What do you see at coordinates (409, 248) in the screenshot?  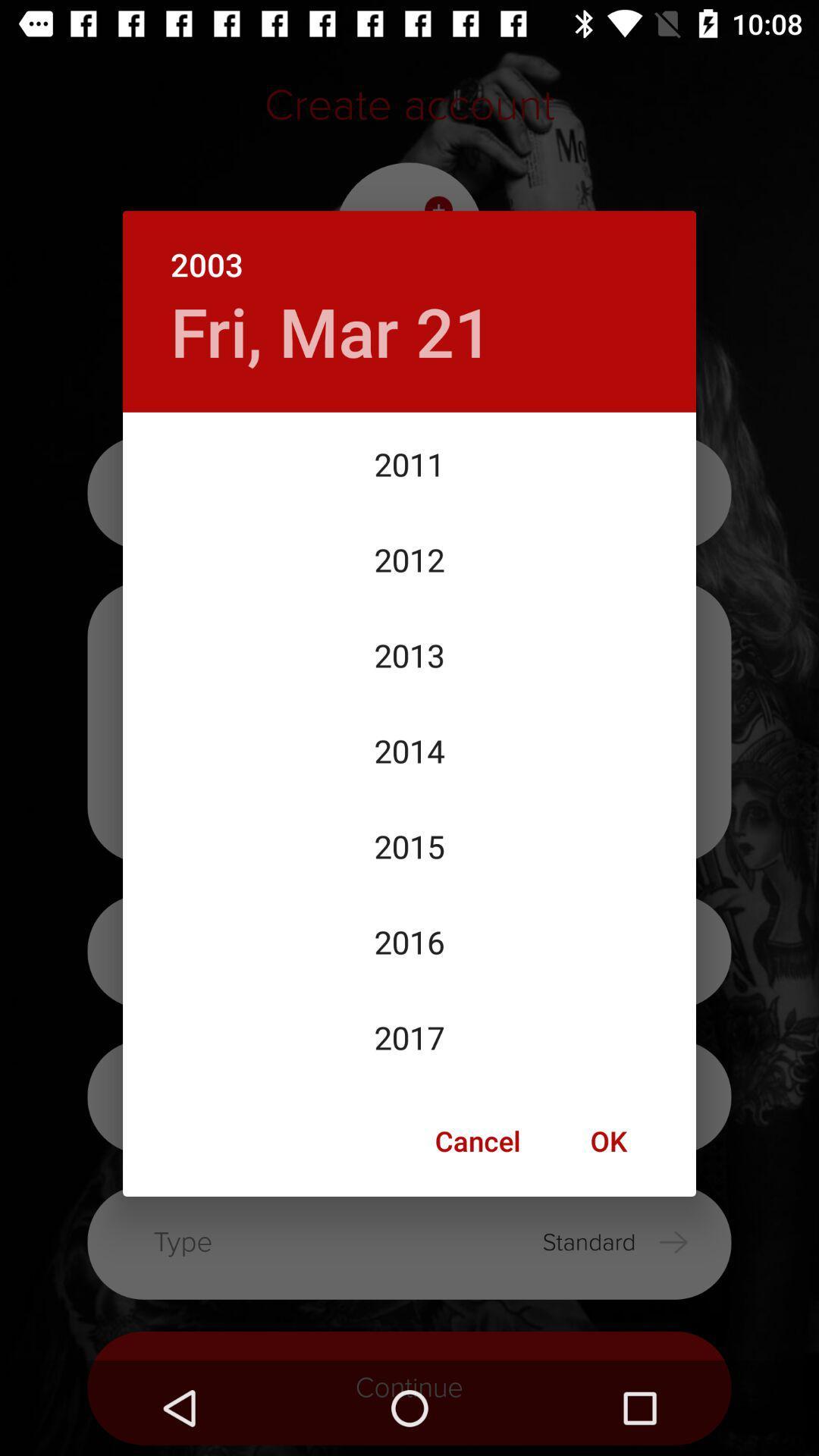 I see `2003 icon` at bounding box center [409, 248].